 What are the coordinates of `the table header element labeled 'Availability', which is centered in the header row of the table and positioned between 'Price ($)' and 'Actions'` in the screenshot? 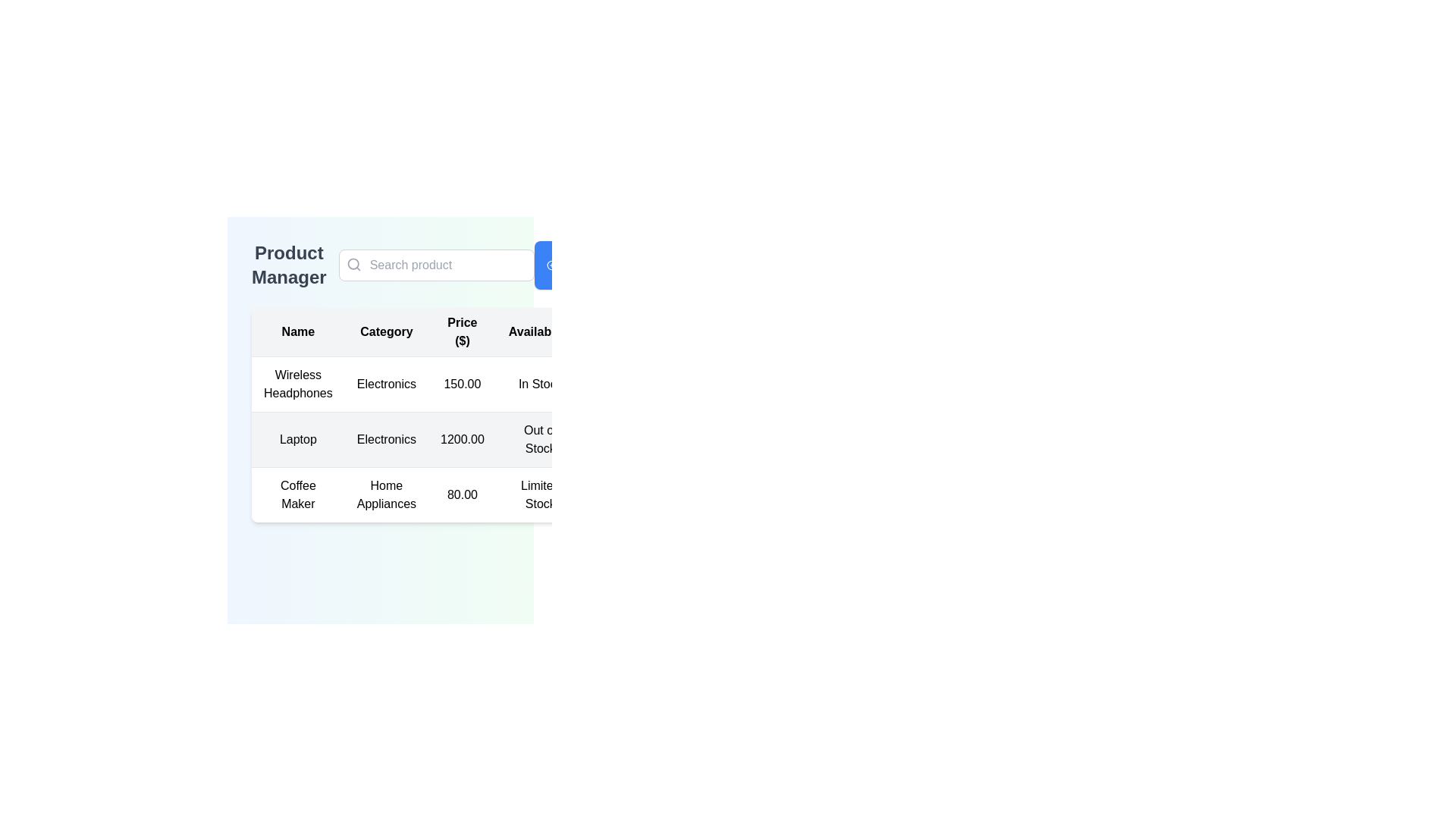 It's located at (540, 331).